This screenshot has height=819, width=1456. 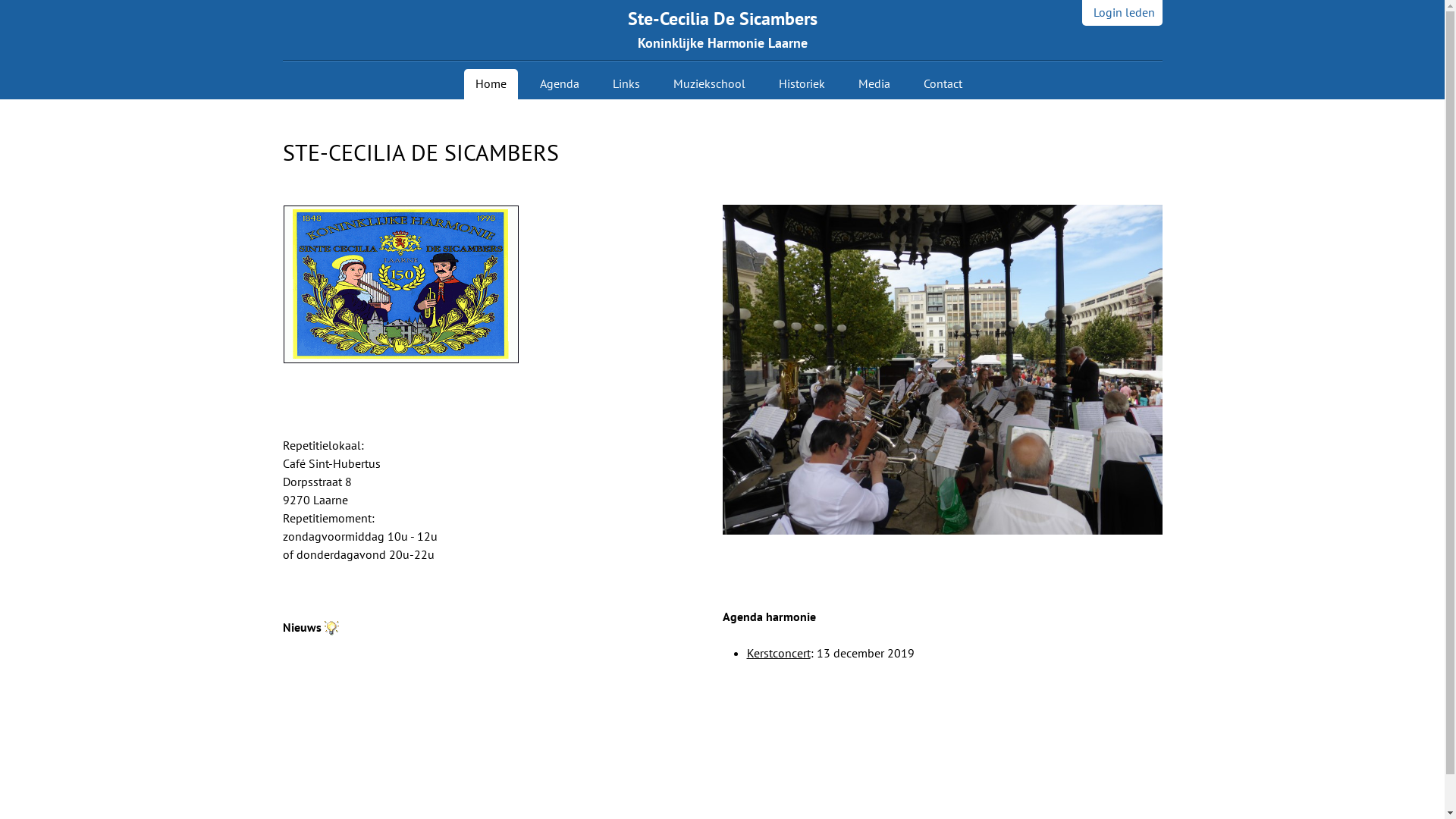 I want to click on 'Kerstconcert', so click(x=778, y=651).